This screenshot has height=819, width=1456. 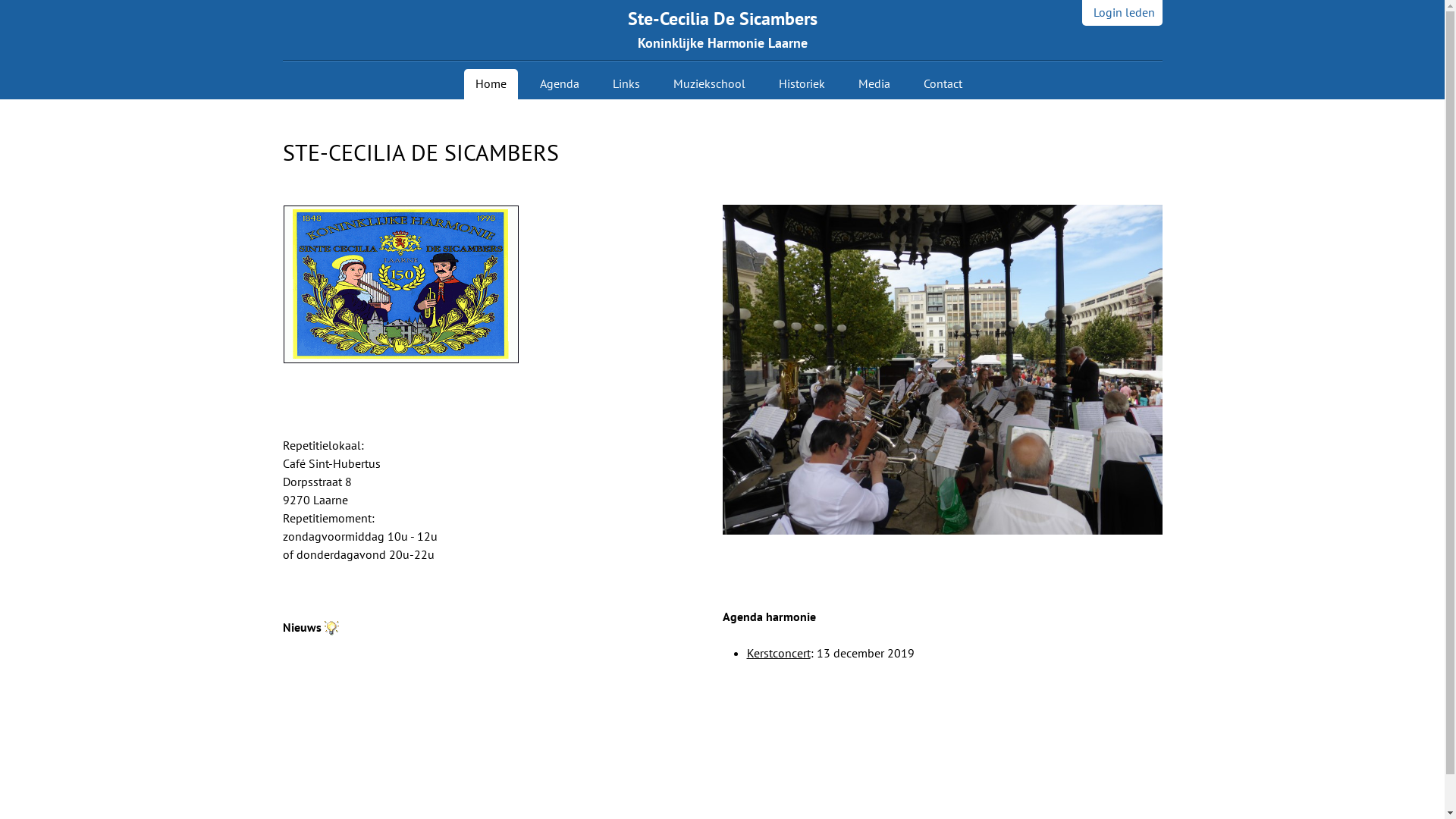 I want to click on 'Kerstconcert', so click(x=778, y=651).